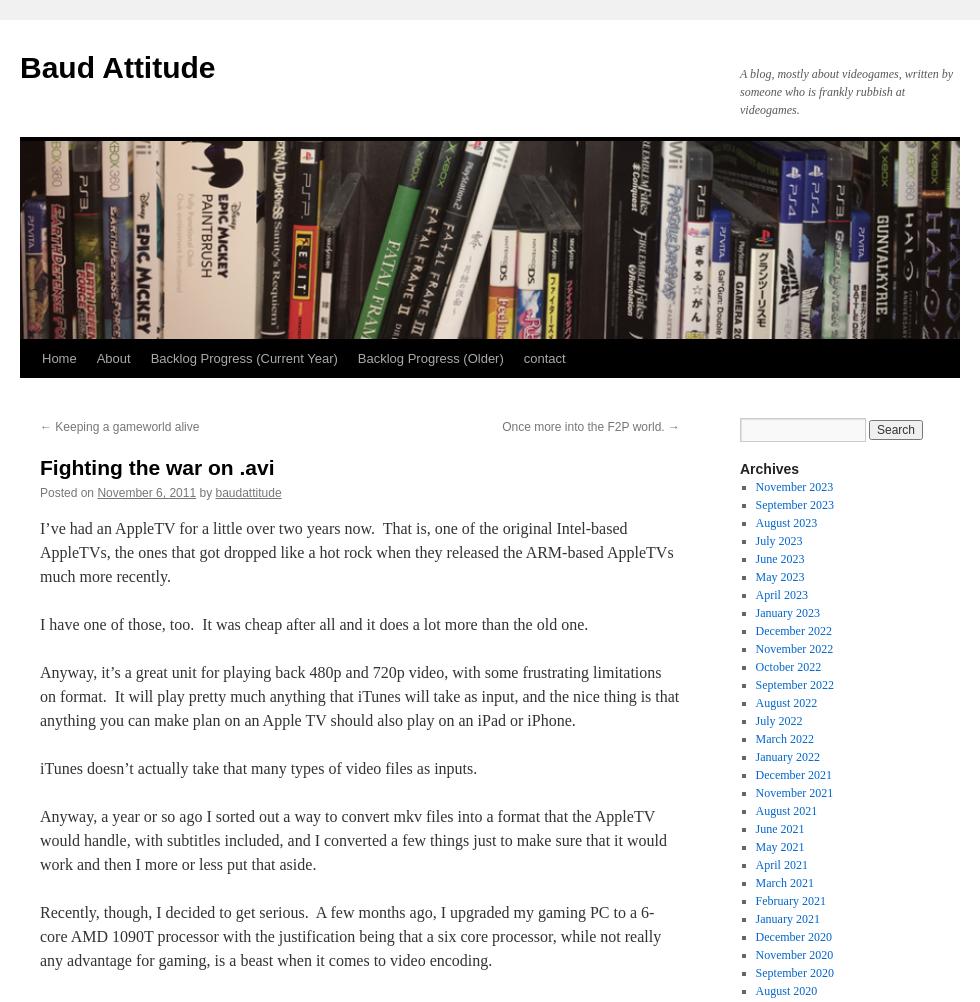  What do you see at coordinates (787, 756) in the screenshot?
I see `'January 2022'` at bounding box center [787, 756].